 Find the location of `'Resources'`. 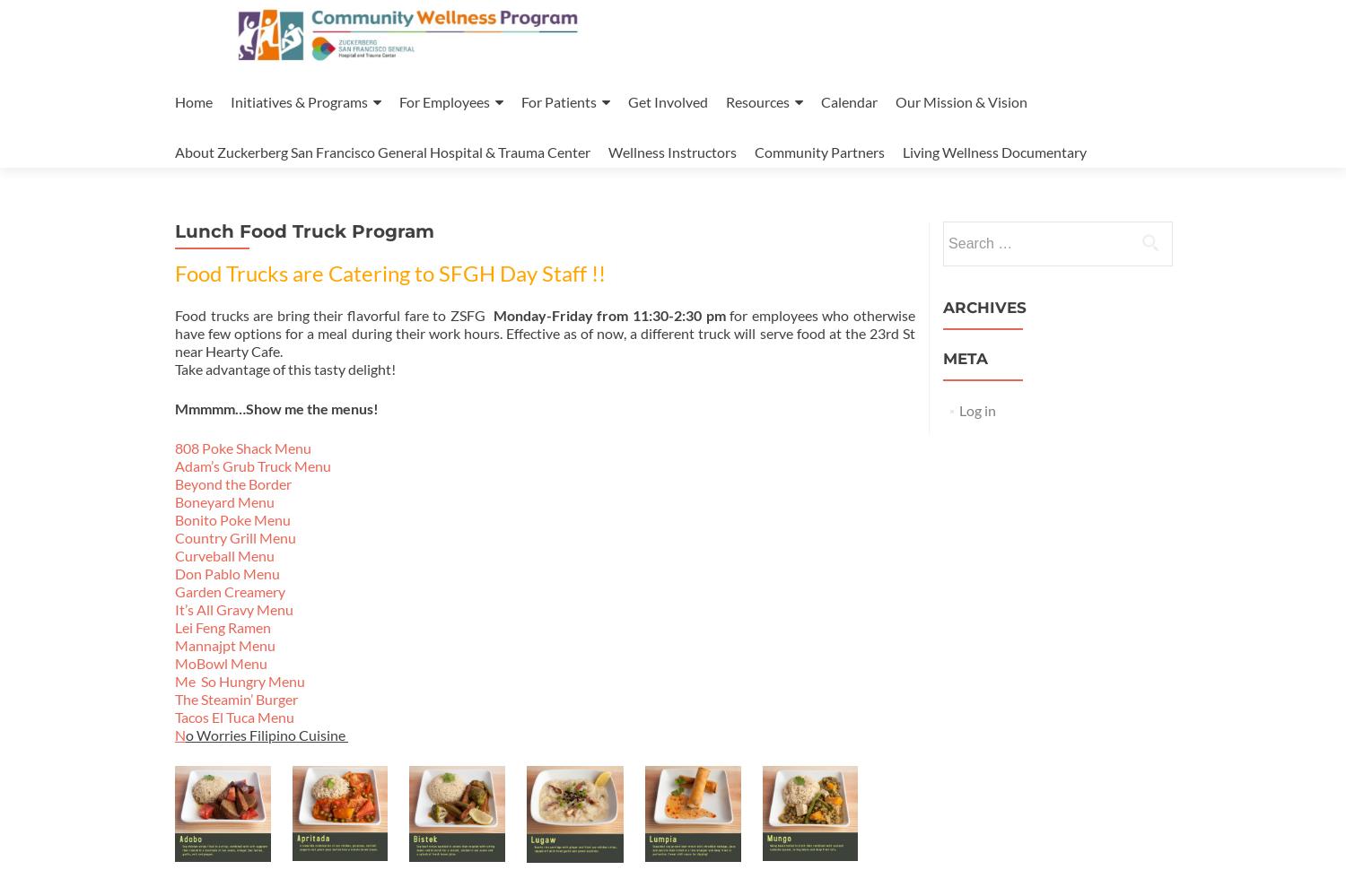

'Resources' is located at coordinates (756, 101).